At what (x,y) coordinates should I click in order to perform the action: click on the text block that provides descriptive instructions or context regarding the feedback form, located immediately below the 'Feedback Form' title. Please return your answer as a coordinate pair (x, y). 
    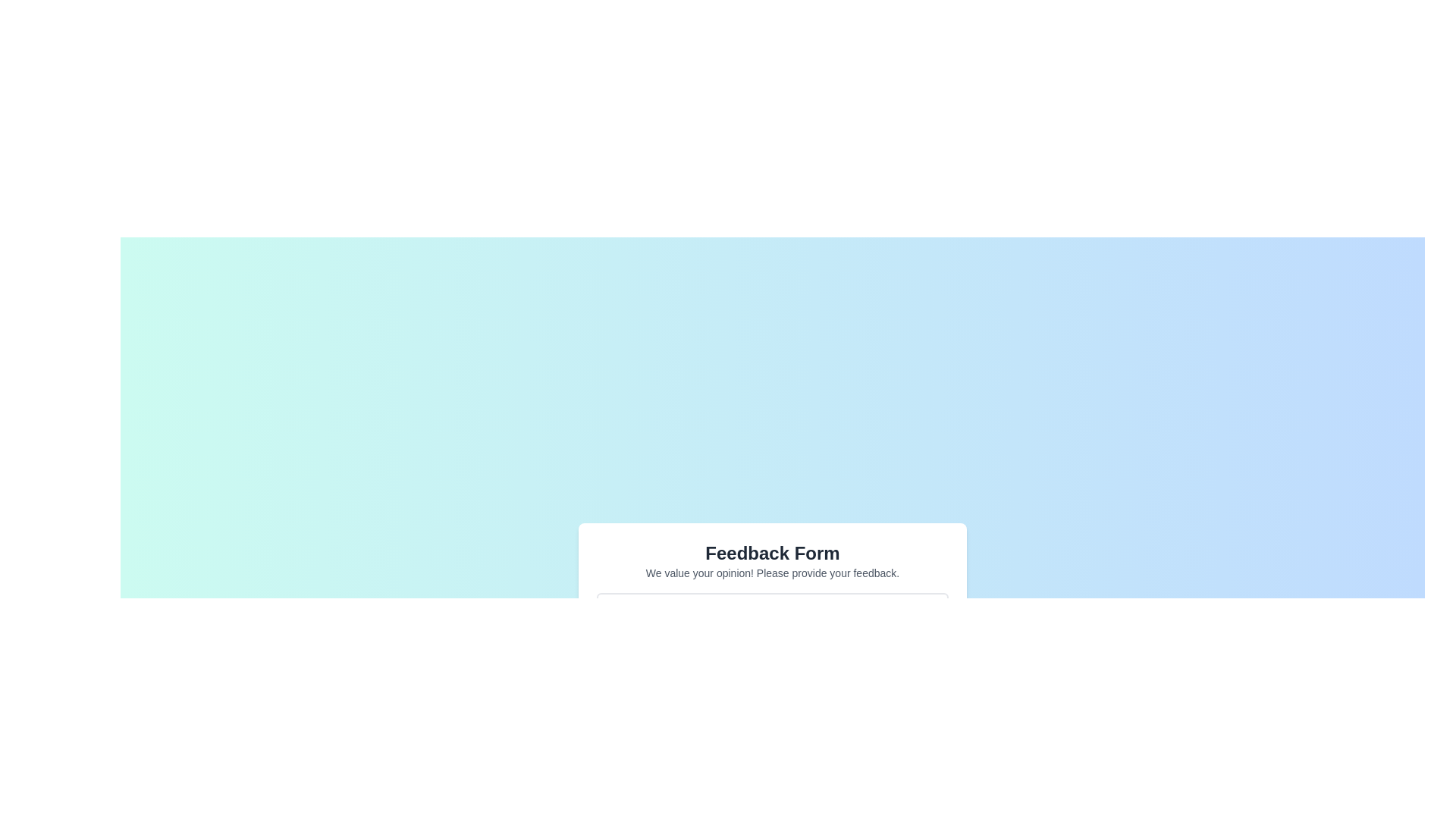
    Looking at the image, I should click on (772, 573).